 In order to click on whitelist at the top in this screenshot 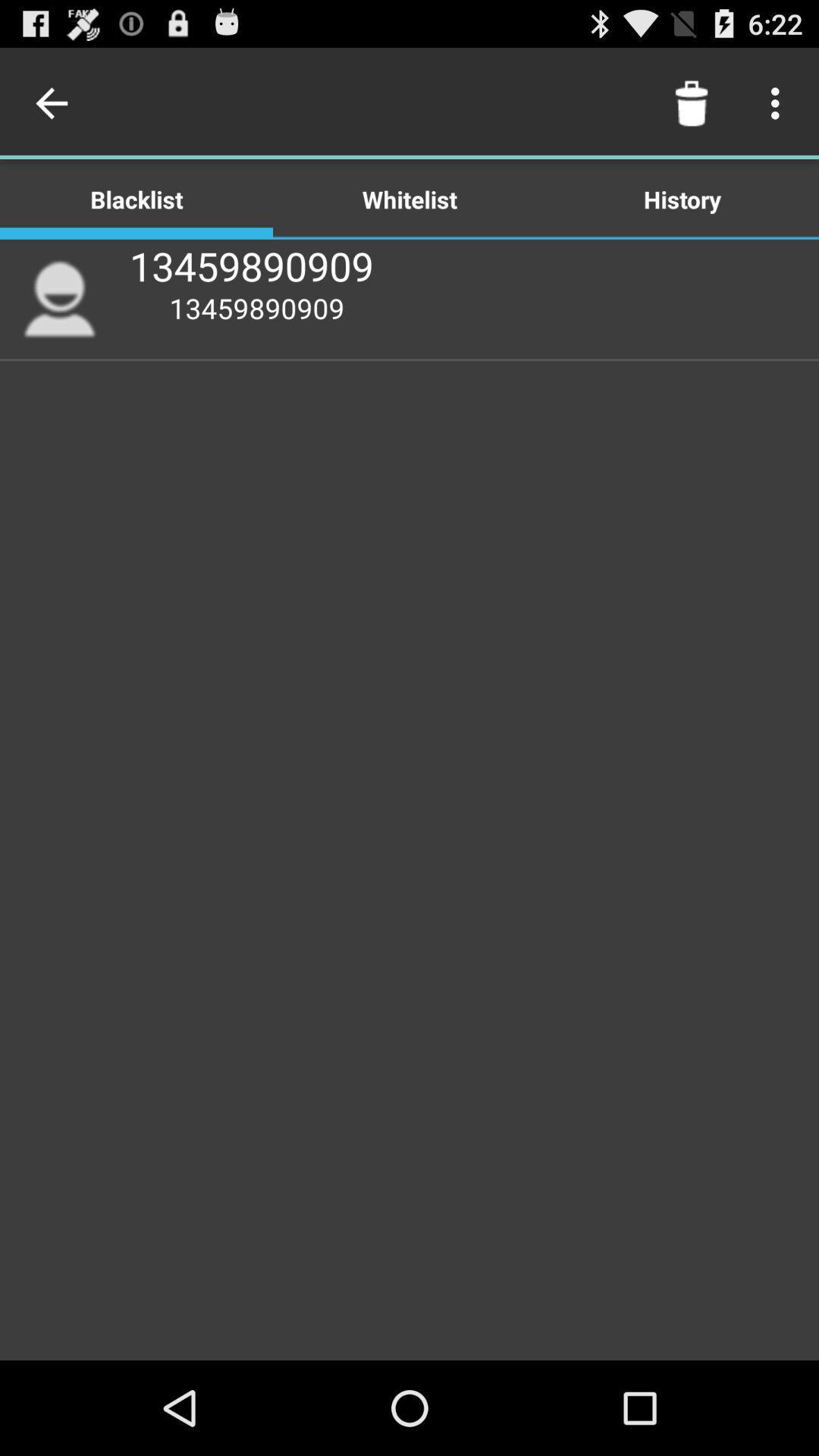, I will do `click(409, 198)`.